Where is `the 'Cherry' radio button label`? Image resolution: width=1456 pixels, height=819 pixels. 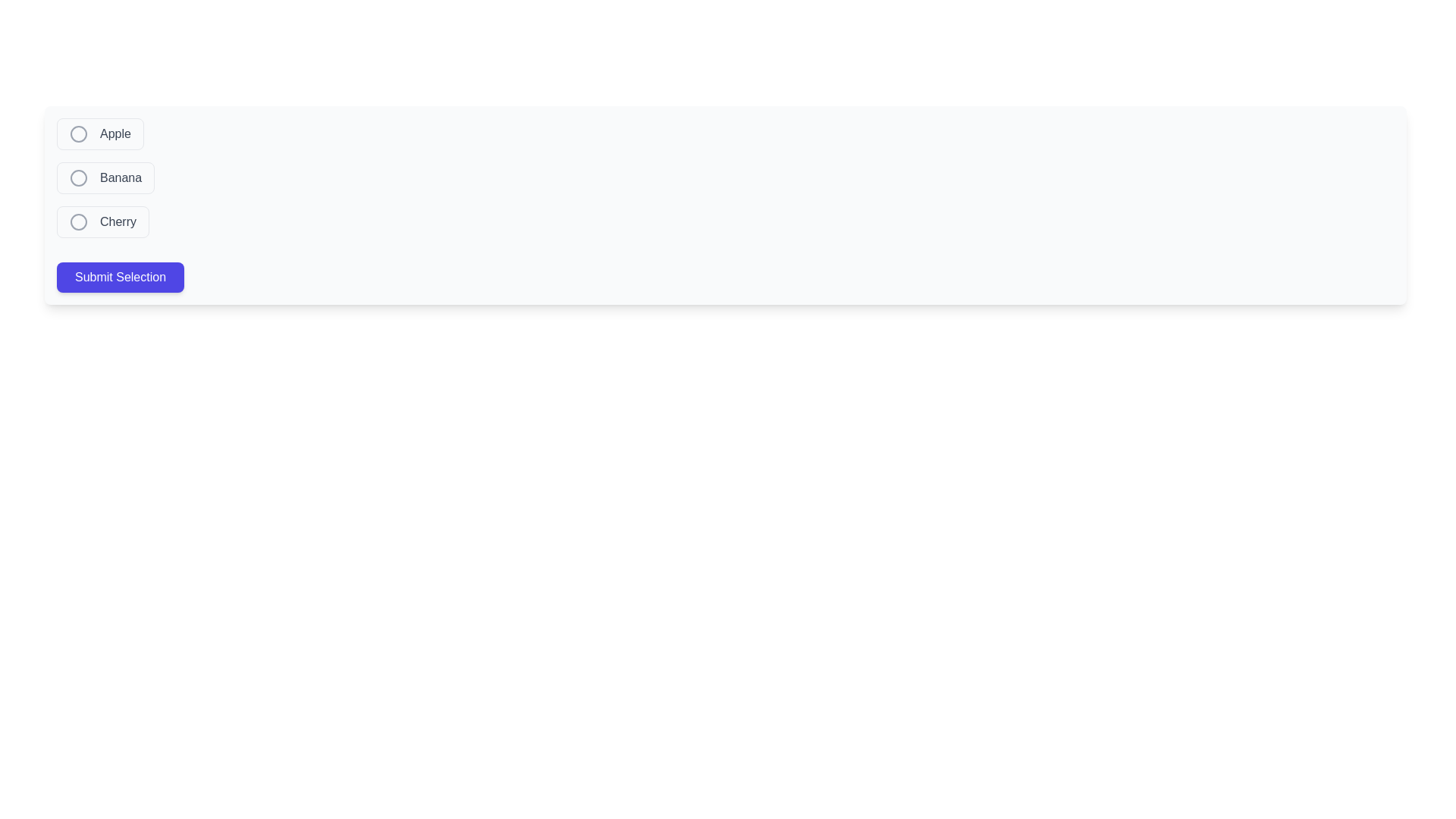 the 'Cherry' radio button label is located at coordinates (102, 222).